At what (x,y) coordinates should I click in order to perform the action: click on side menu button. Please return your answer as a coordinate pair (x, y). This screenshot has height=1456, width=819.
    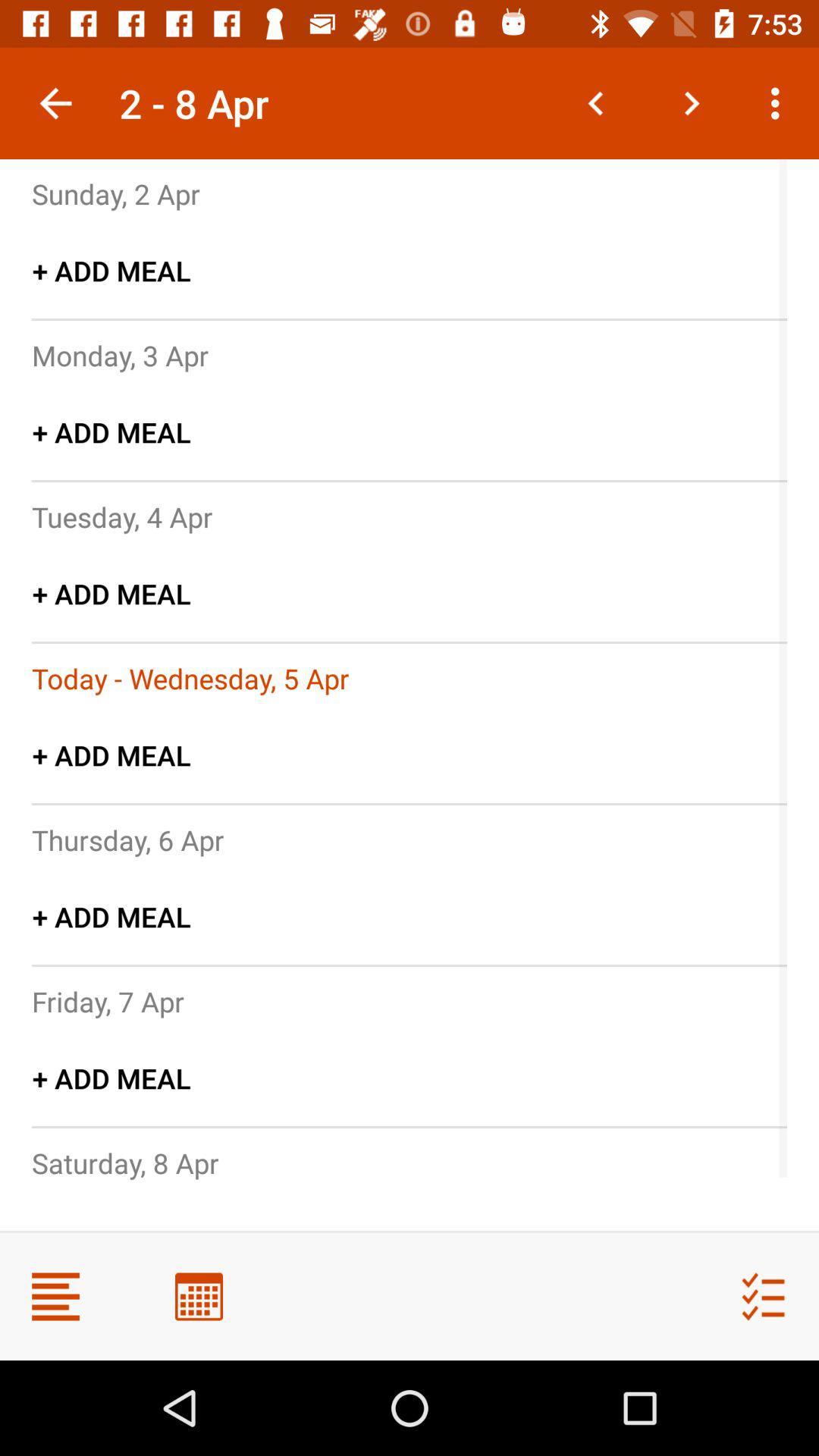
    Looking at the image, I should click on (55, 1295).